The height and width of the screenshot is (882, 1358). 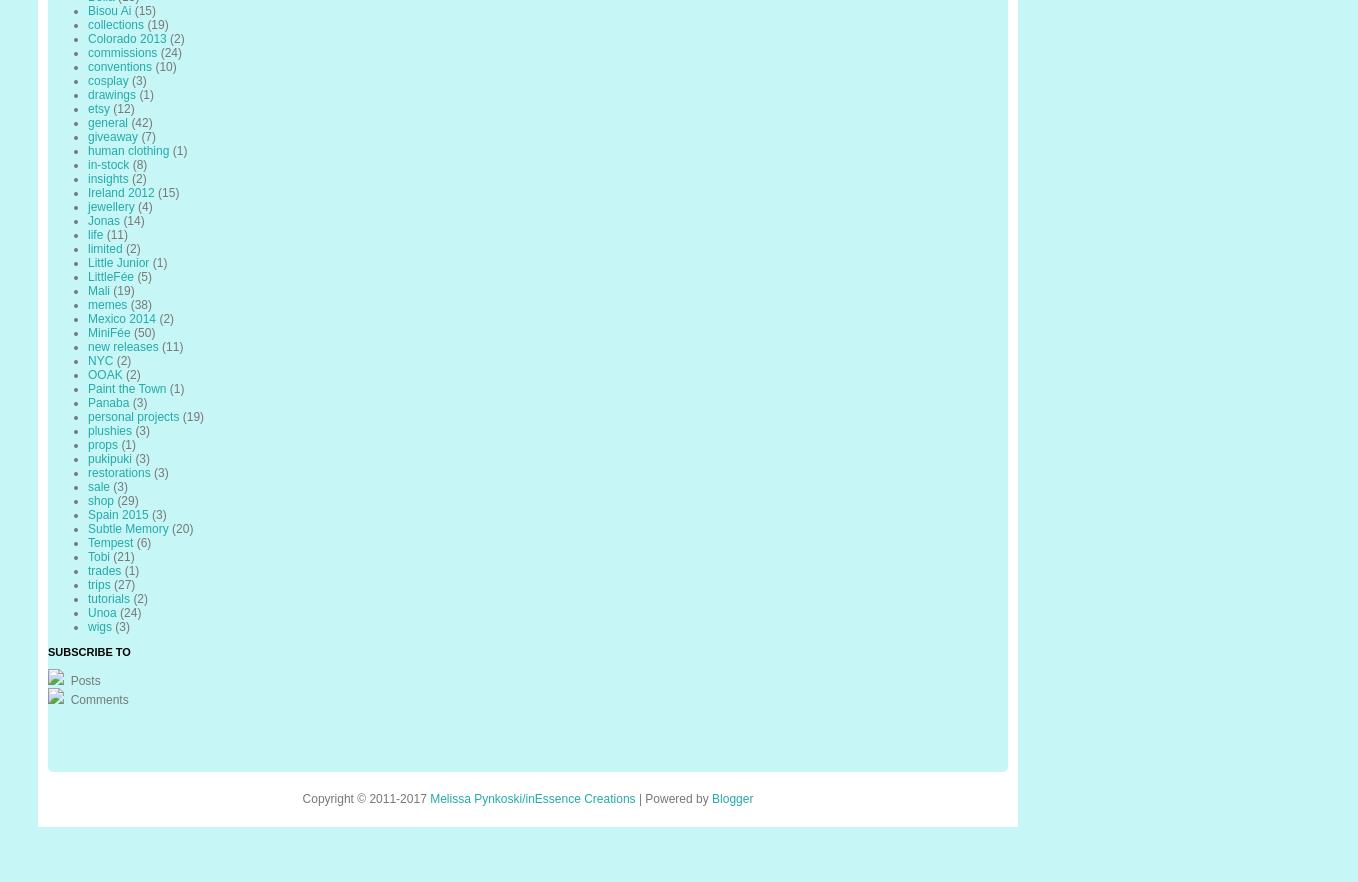 What do you see at coordinates (117, 514) in the screenshot?
I see `'Spain 2015'` at bounding box center [117, 514].